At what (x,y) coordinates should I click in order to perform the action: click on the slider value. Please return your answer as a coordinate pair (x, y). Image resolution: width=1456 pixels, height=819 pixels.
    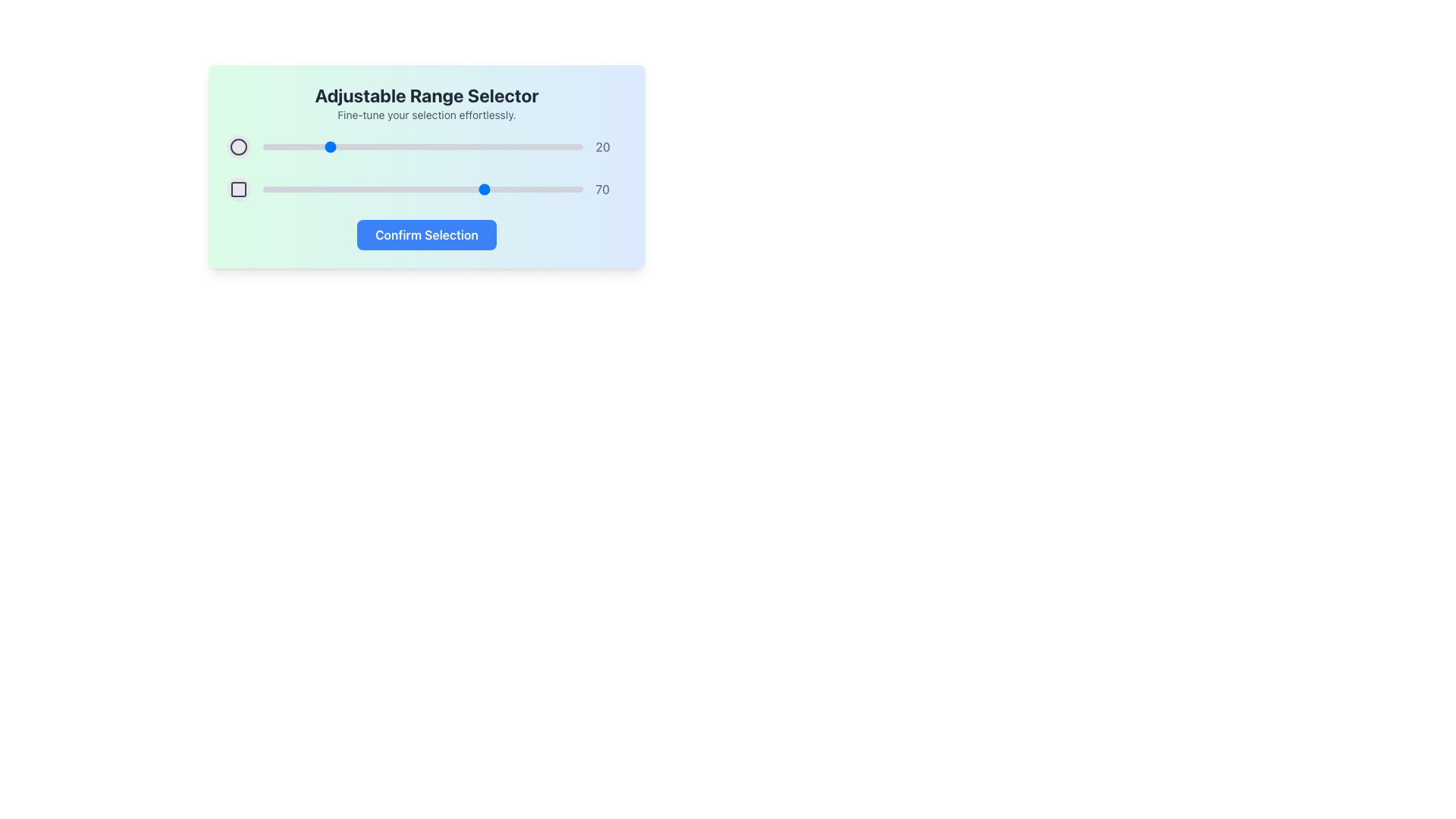
    Looking at the image, I should click on (285, 189).